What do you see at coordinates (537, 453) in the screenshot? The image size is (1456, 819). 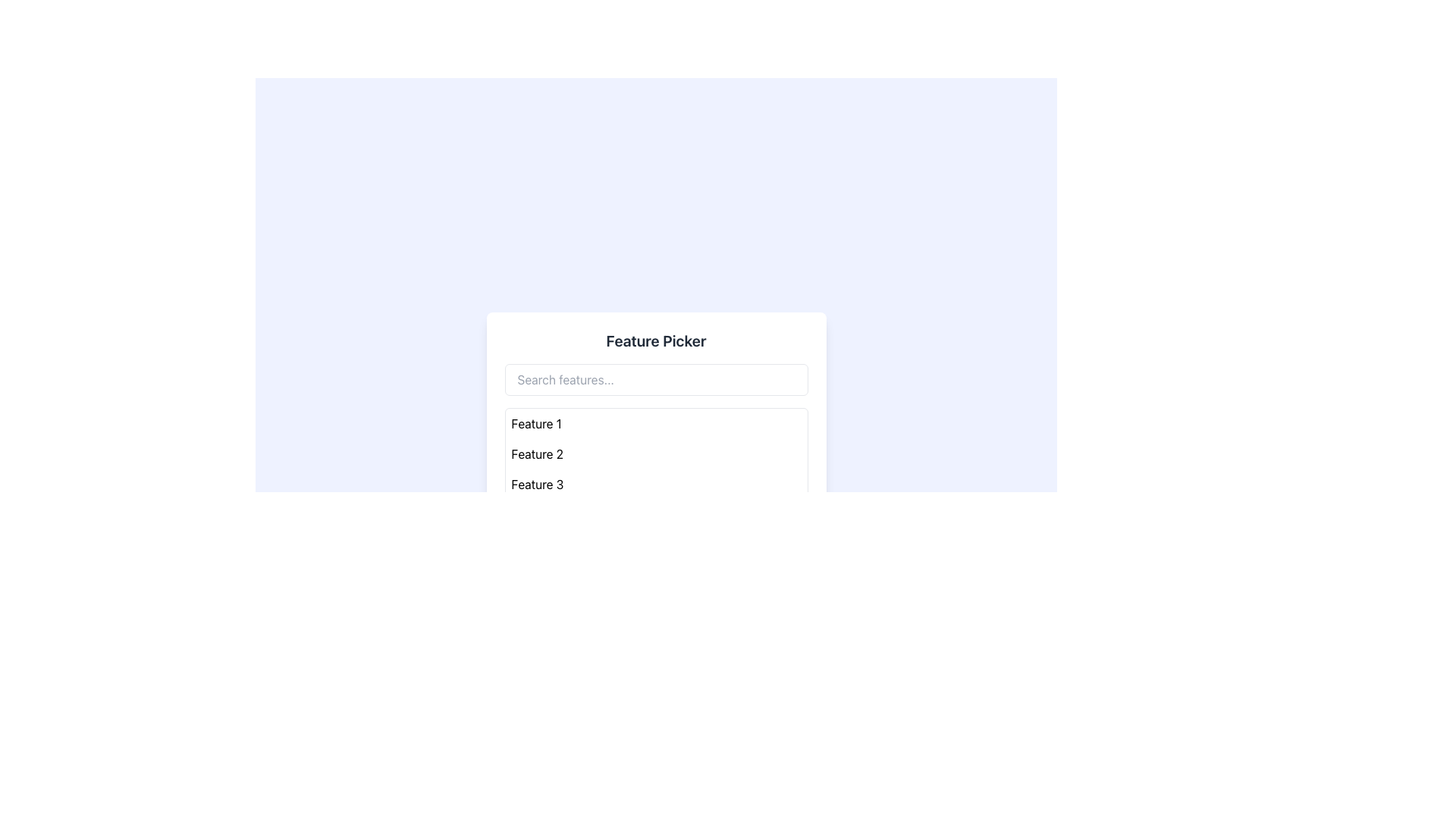 I see `the text label displaying 'Feature 2', which is the second item in a vertical list of feature labels, positioned between 'Feature 1' and 'Feature 3'` at bounding box center [537, 453].